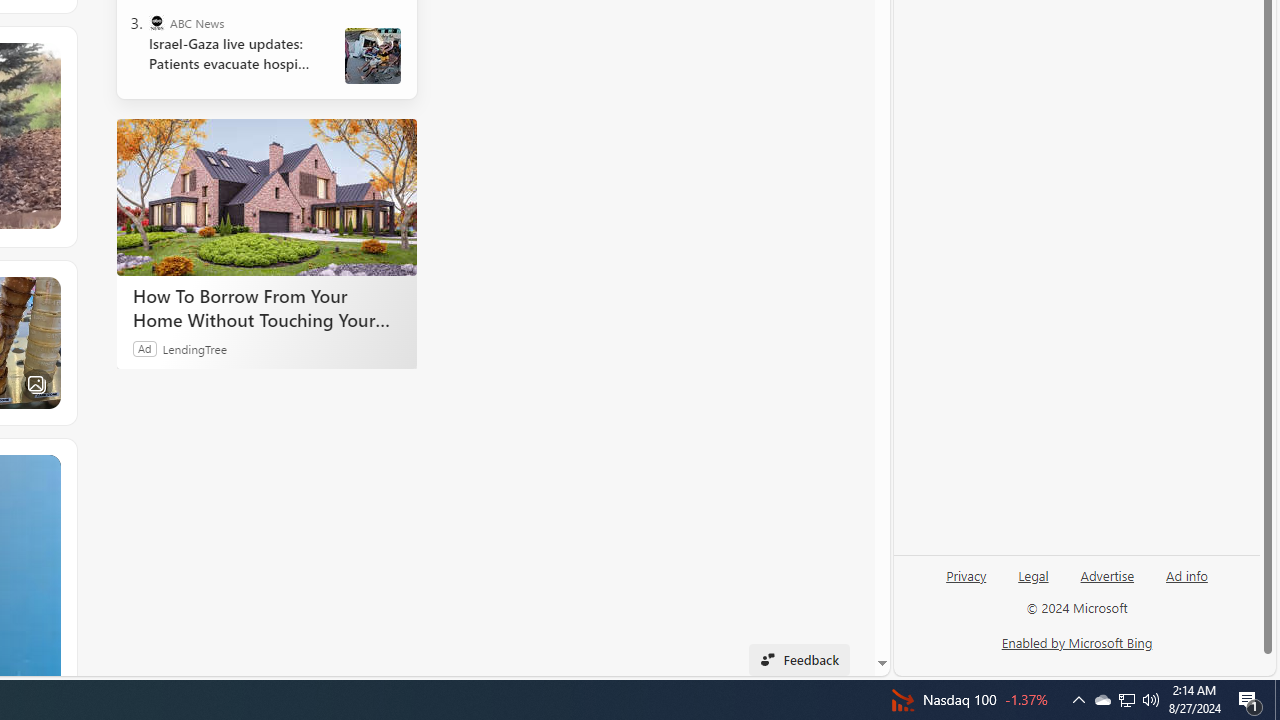 This screenshot has height=720, width=1280. Describe the element at coordinates (155, 23) in the screenshot. I see `'ABC News'` at that location.